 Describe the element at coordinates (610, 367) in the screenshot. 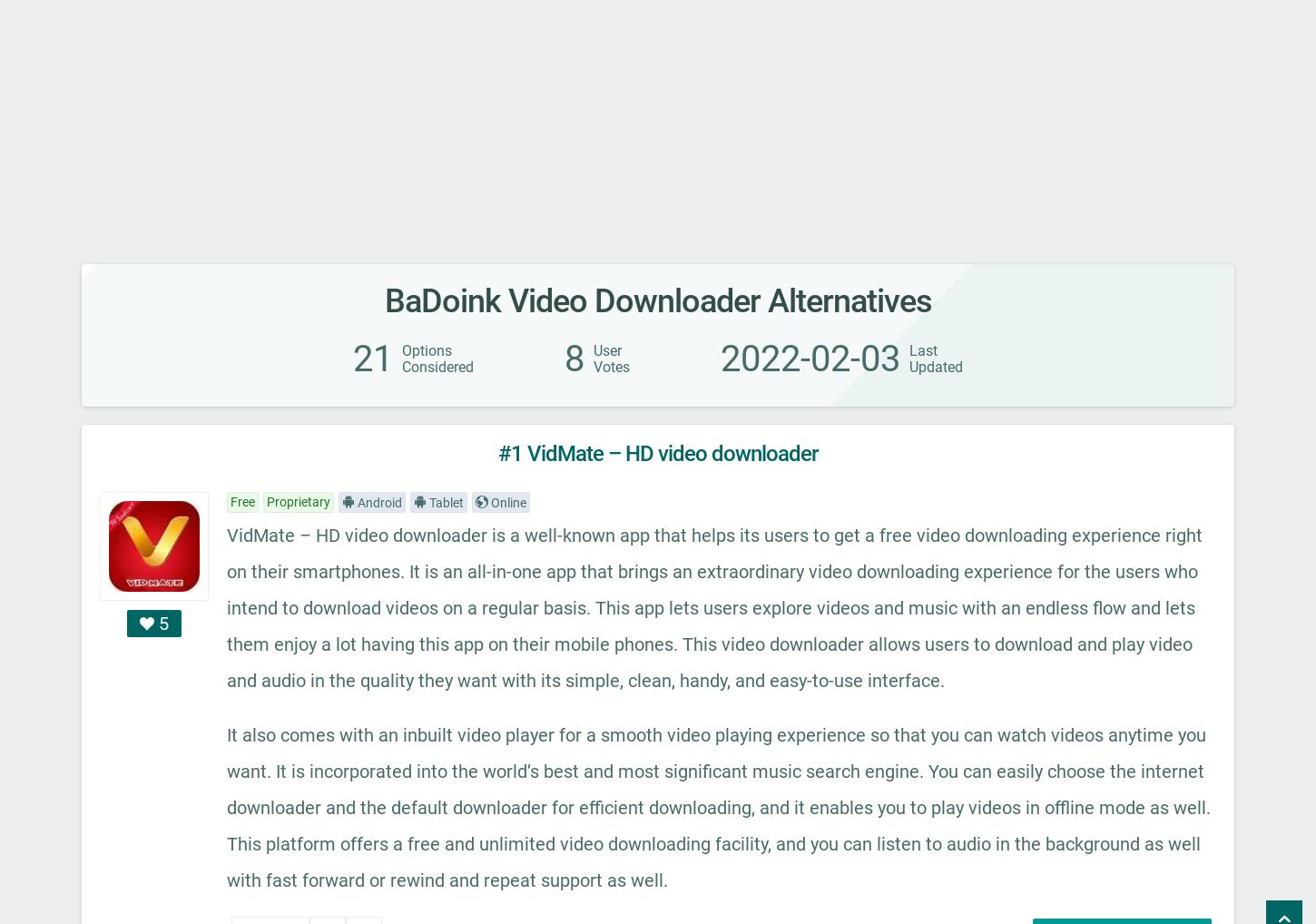

I see `'Votes'` at that location.